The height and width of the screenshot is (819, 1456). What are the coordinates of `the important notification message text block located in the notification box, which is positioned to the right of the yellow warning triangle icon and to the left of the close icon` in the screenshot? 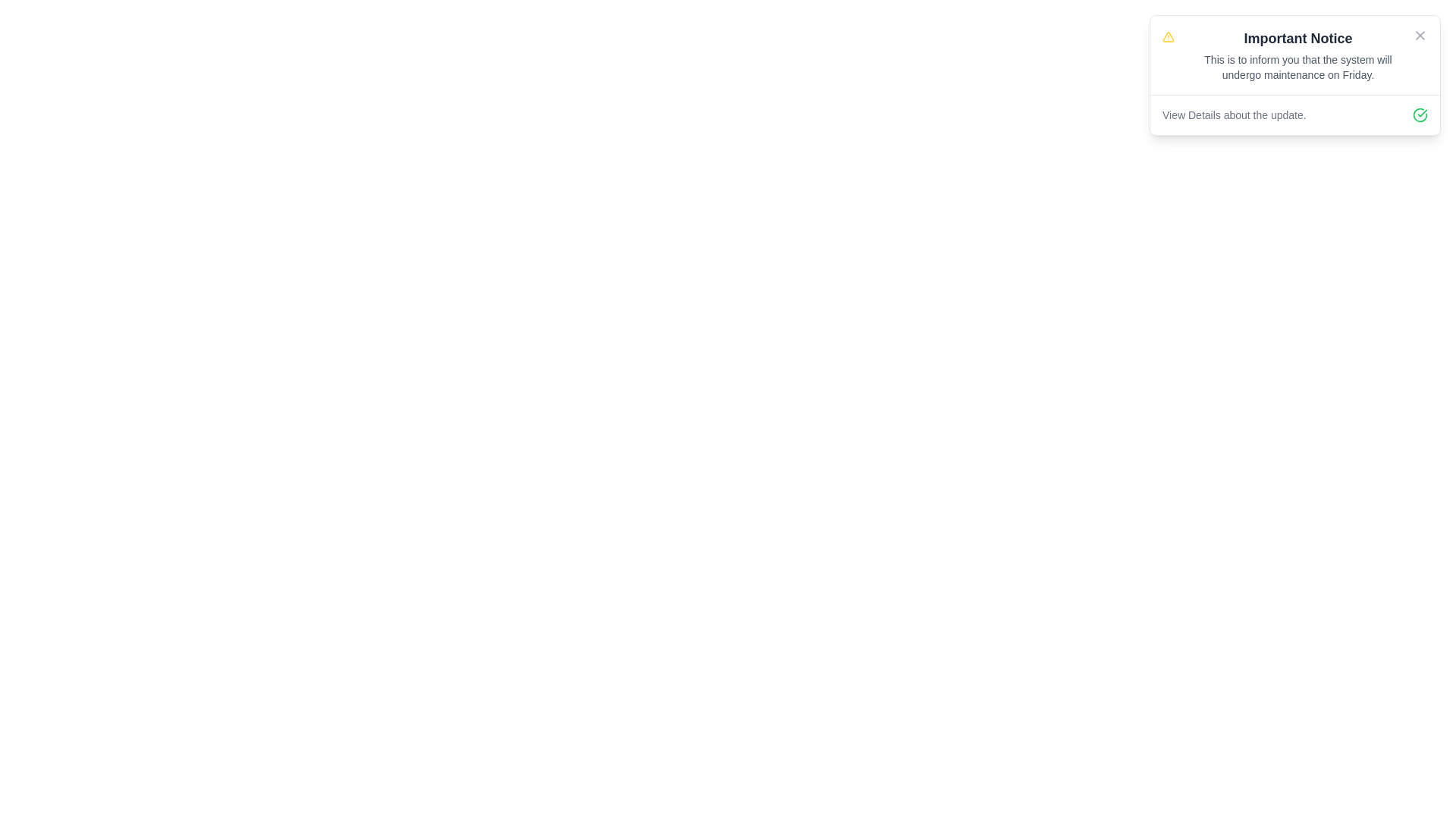 It's located at (1298, 55).